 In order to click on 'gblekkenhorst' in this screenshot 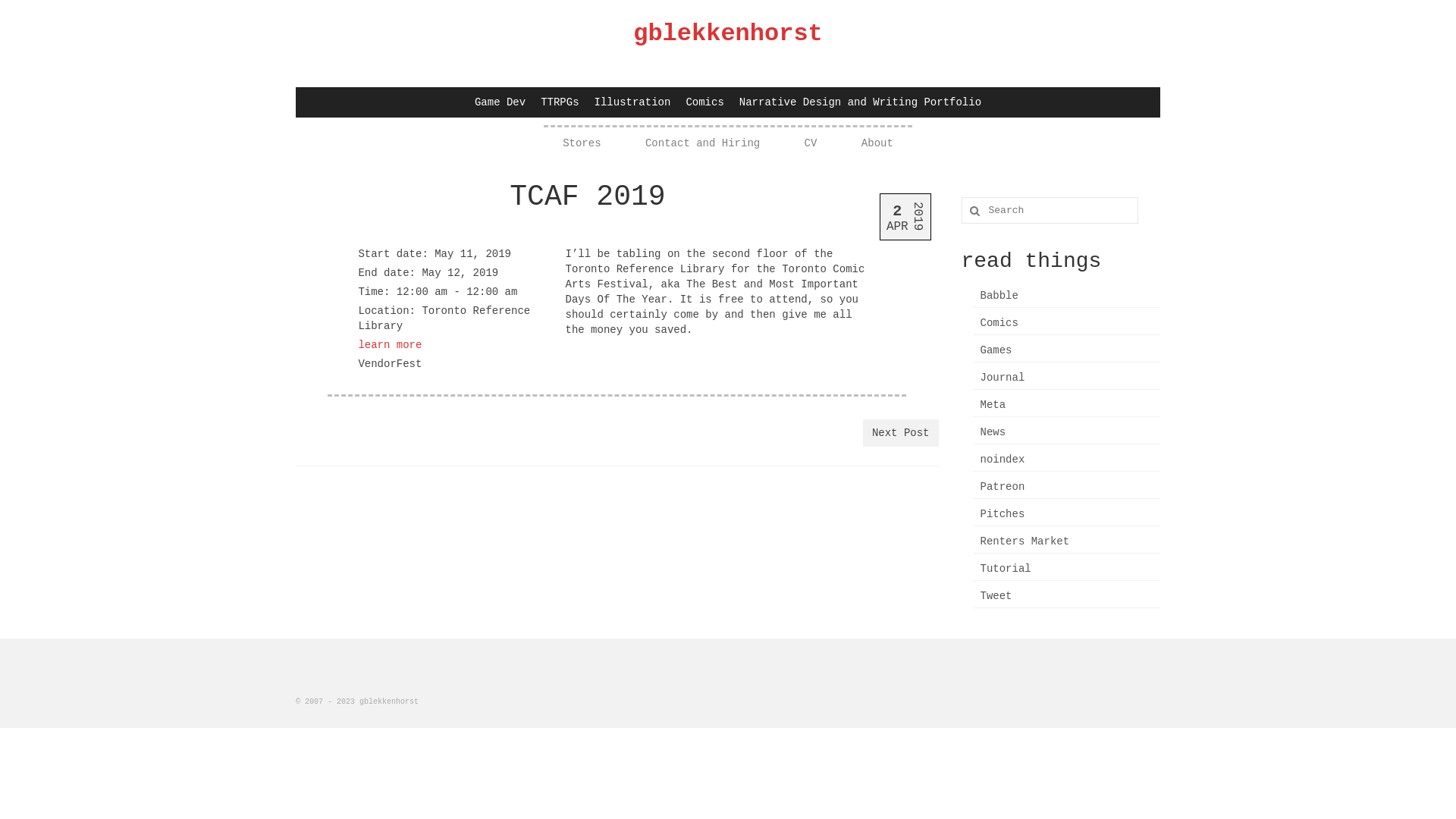, I will do `click(728, 33)`.